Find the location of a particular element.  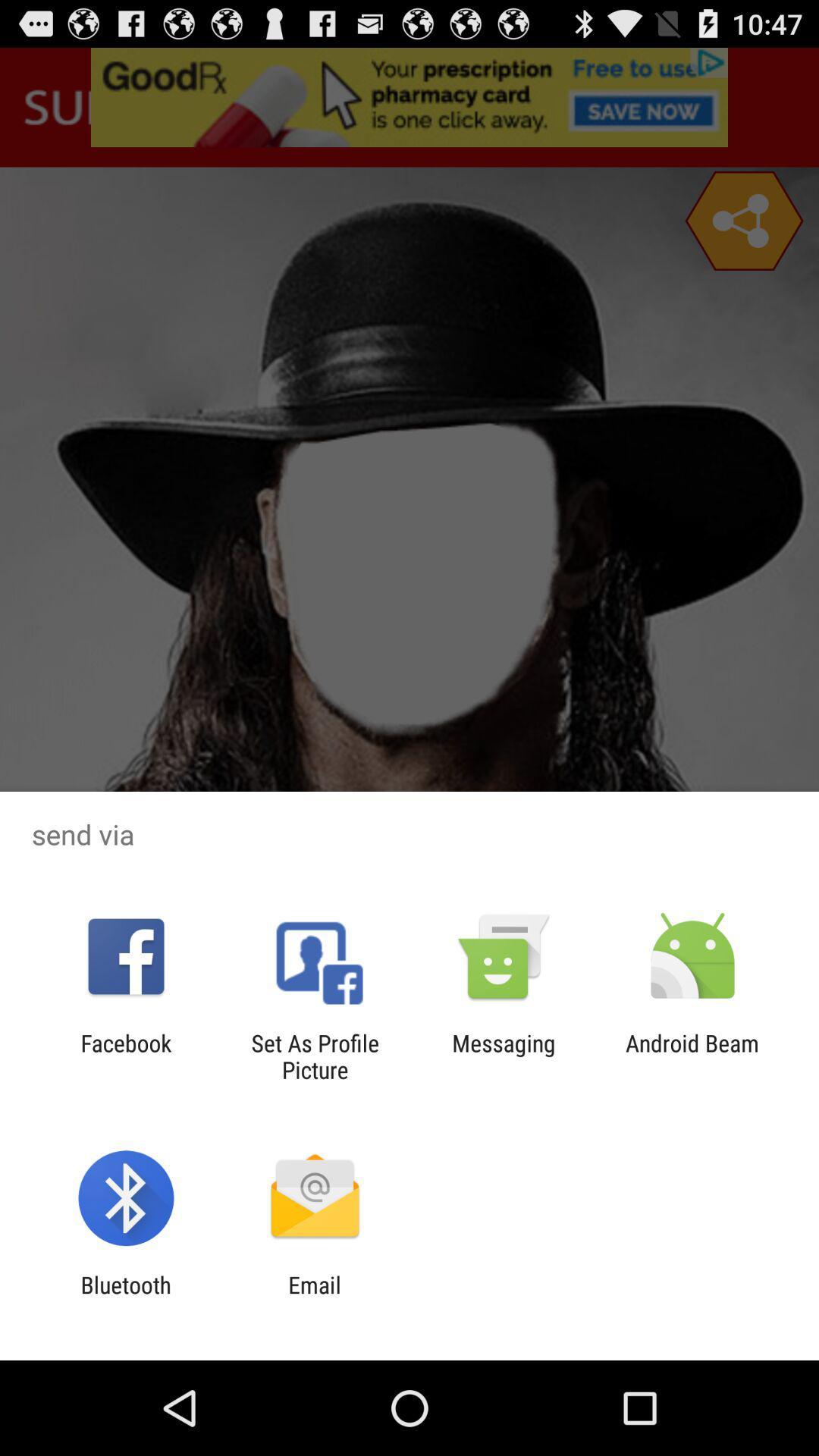

app next to the facebook app is located at coordinates (314, 1056).